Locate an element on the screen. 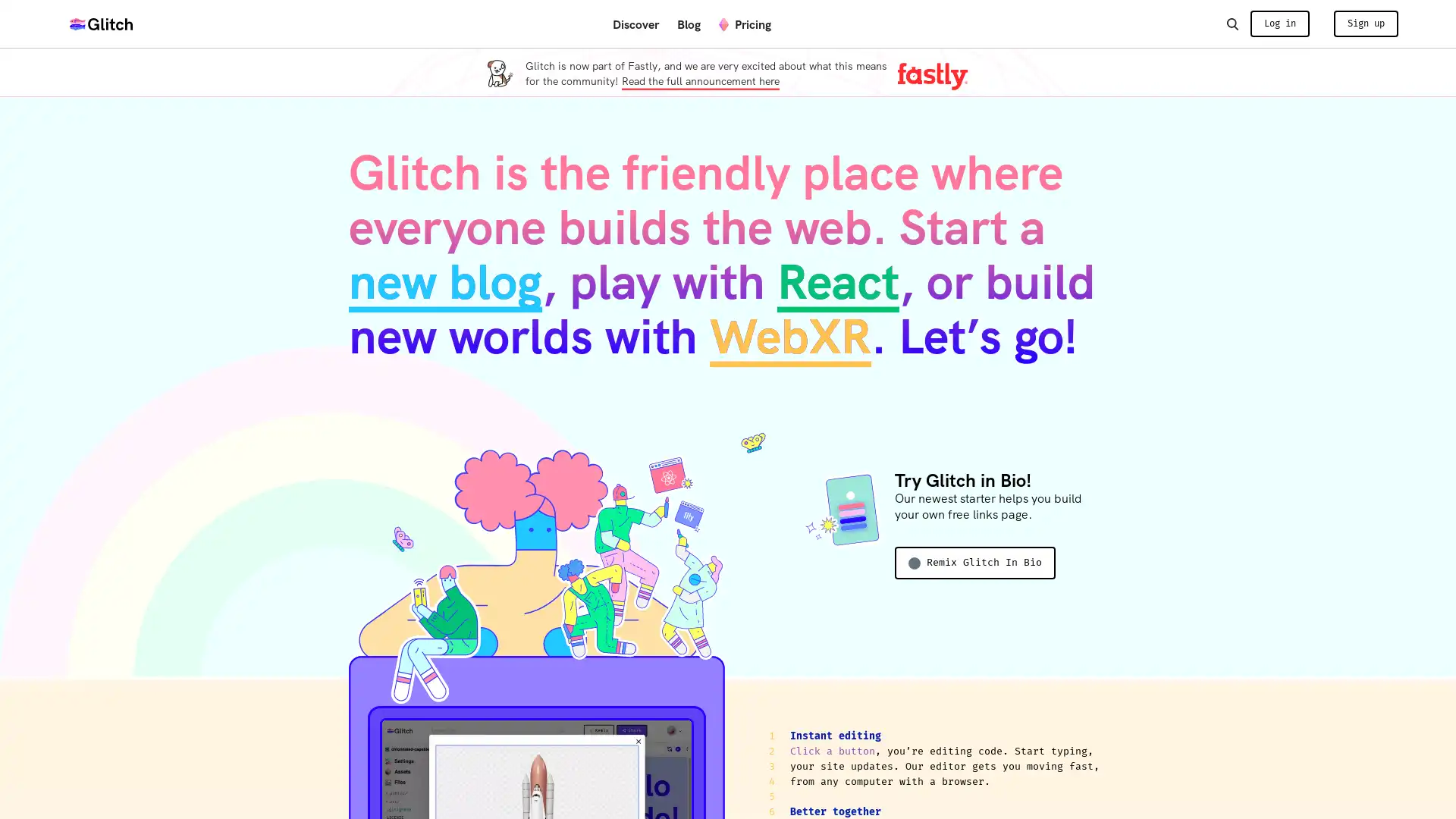 The height and width of the screenshot is (819, 1456). Search Glitch is located at coordinates (1232, 23).